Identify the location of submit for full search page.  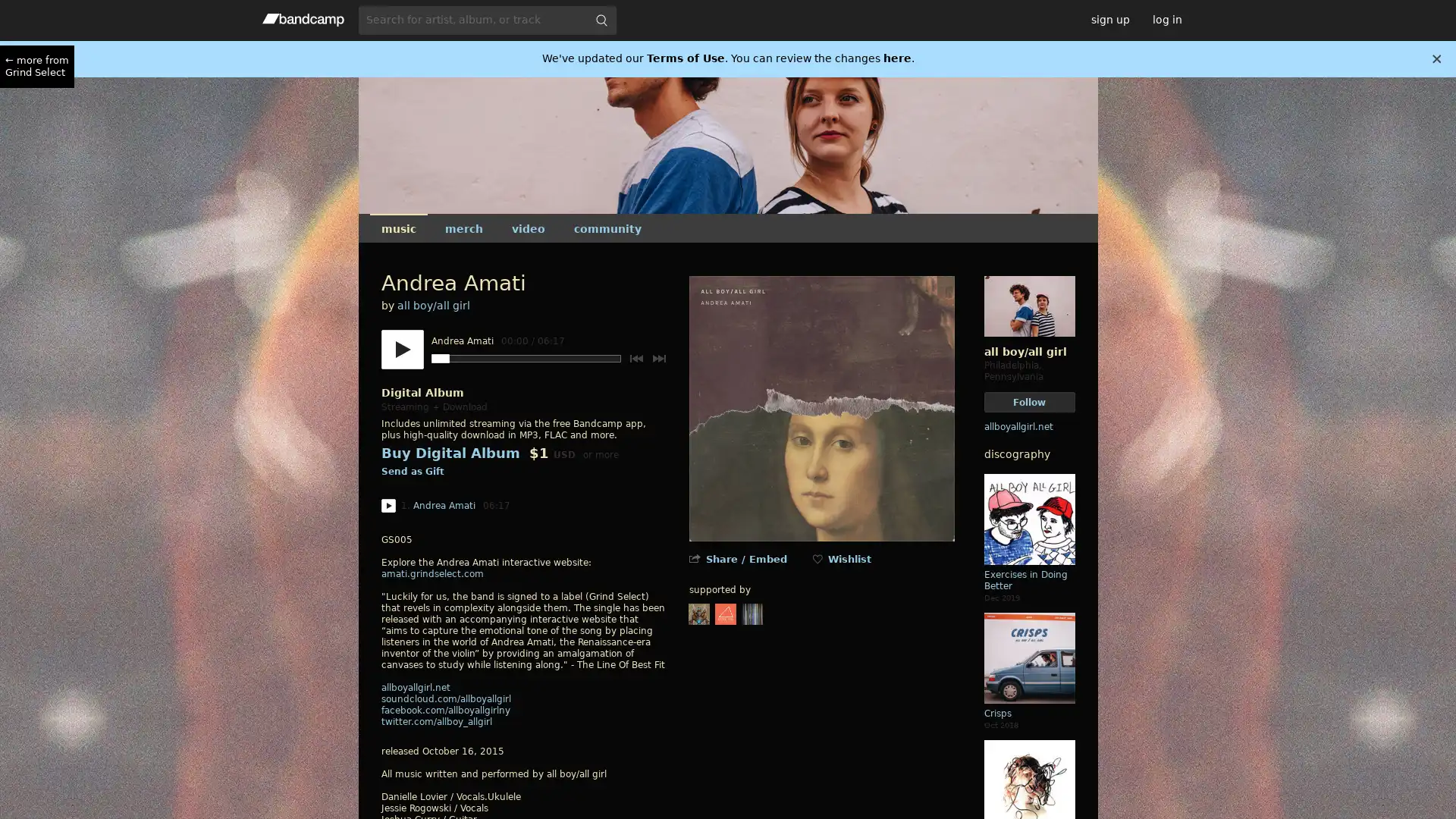
(600, 20).